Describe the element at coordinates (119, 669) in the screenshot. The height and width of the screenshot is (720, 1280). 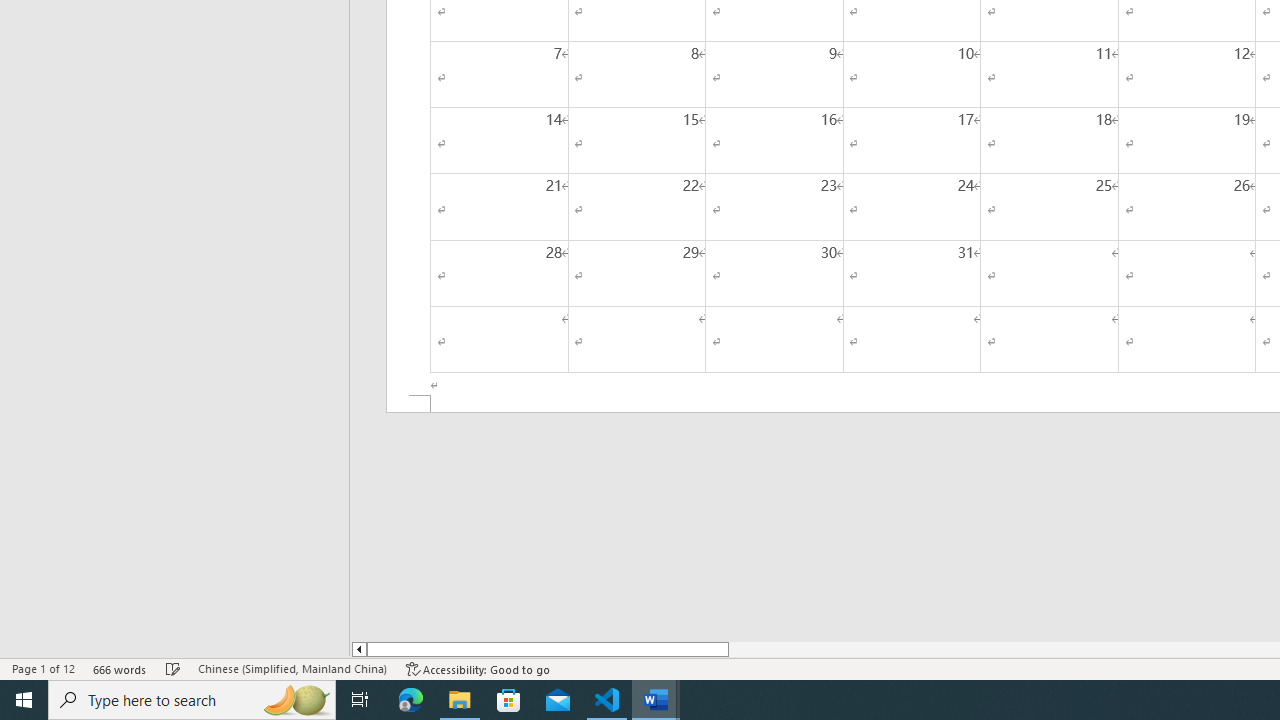
I see `'Word Count 666 words'` at that location.